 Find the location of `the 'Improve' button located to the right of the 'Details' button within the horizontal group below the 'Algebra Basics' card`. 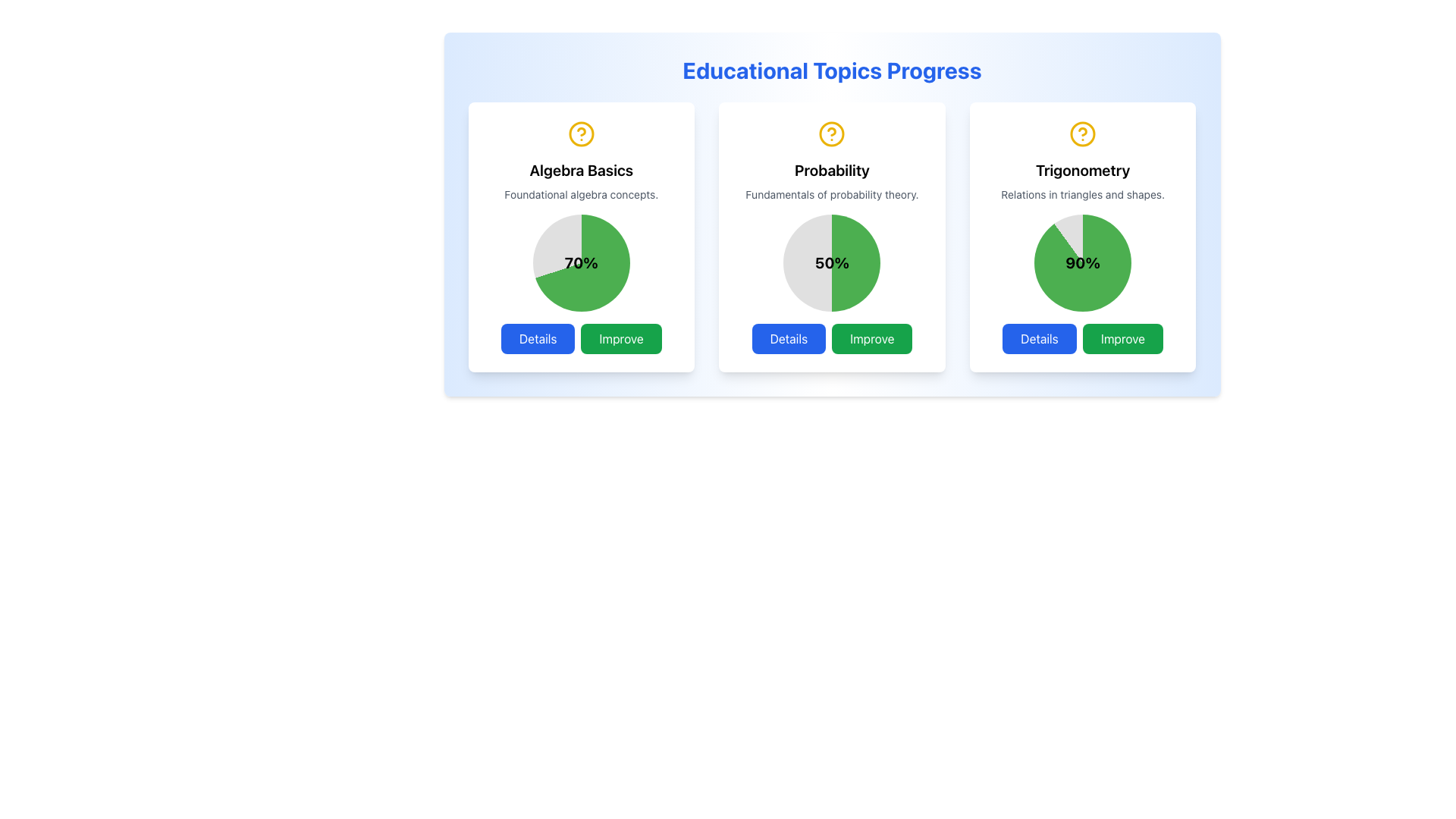

the 'Improve' button located to the right of the 'Details' button within the horizontal group below the 'Algebra Basics' card is located at coordinates (621, 338).